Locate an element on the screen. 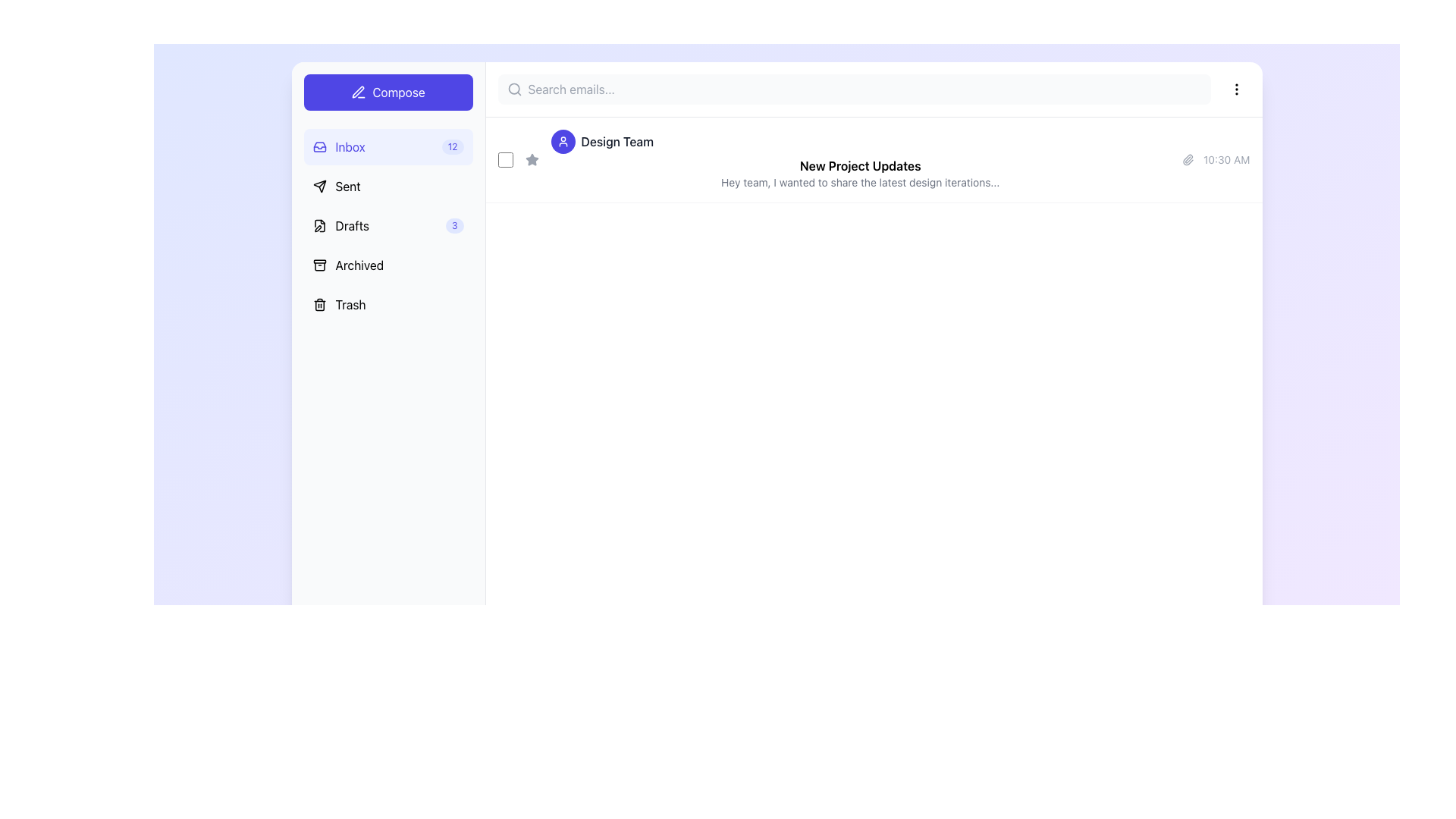 Image resolution: width=1456 pixels, height=819 pixels. displayed text of the 'Compose' label located within the button at the top-left corner, beneath the application header is located at coordinates (399, 93).